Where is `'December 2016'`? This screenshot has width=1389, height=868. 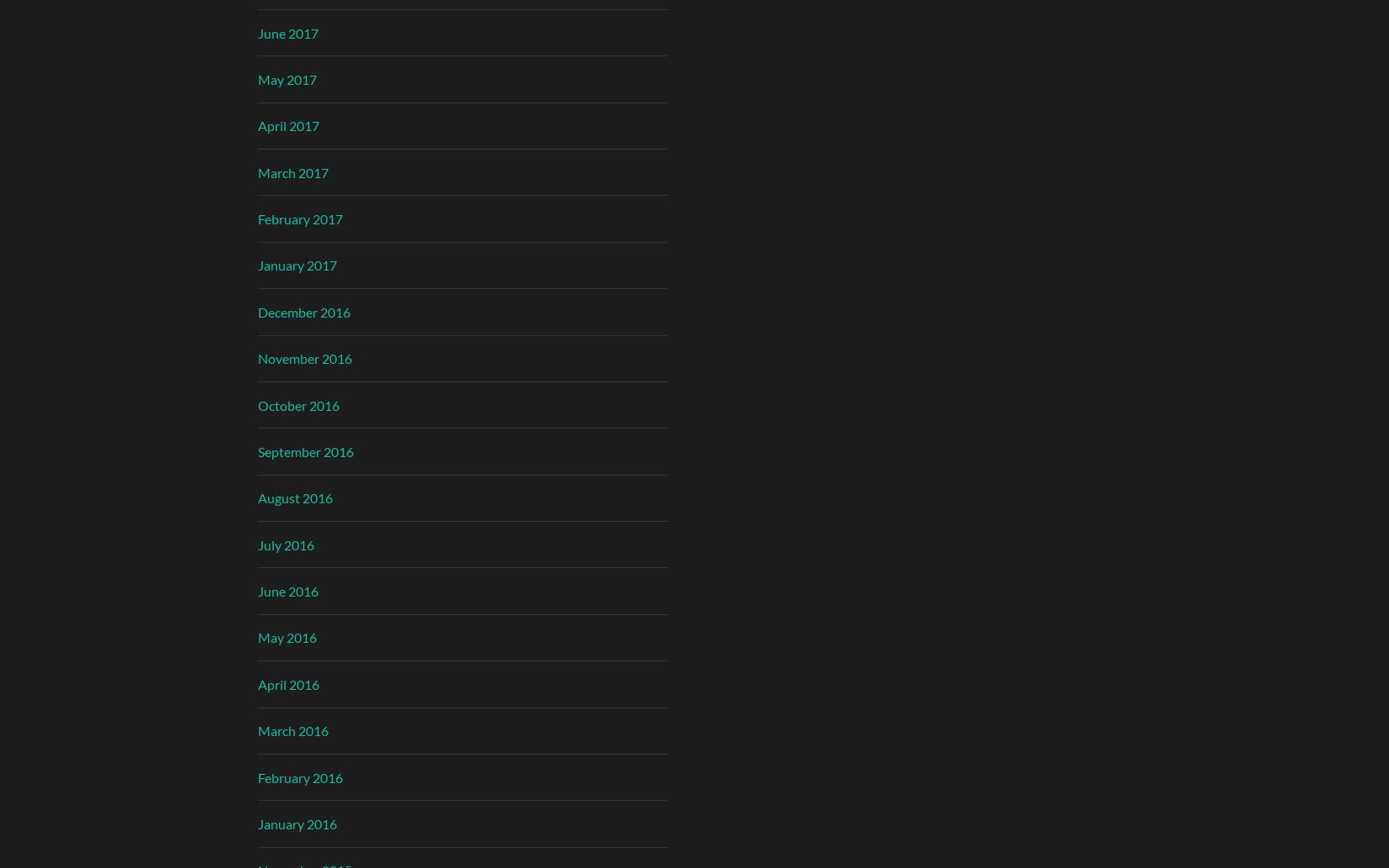
'December 2016' is located at coordinates (255, 311).